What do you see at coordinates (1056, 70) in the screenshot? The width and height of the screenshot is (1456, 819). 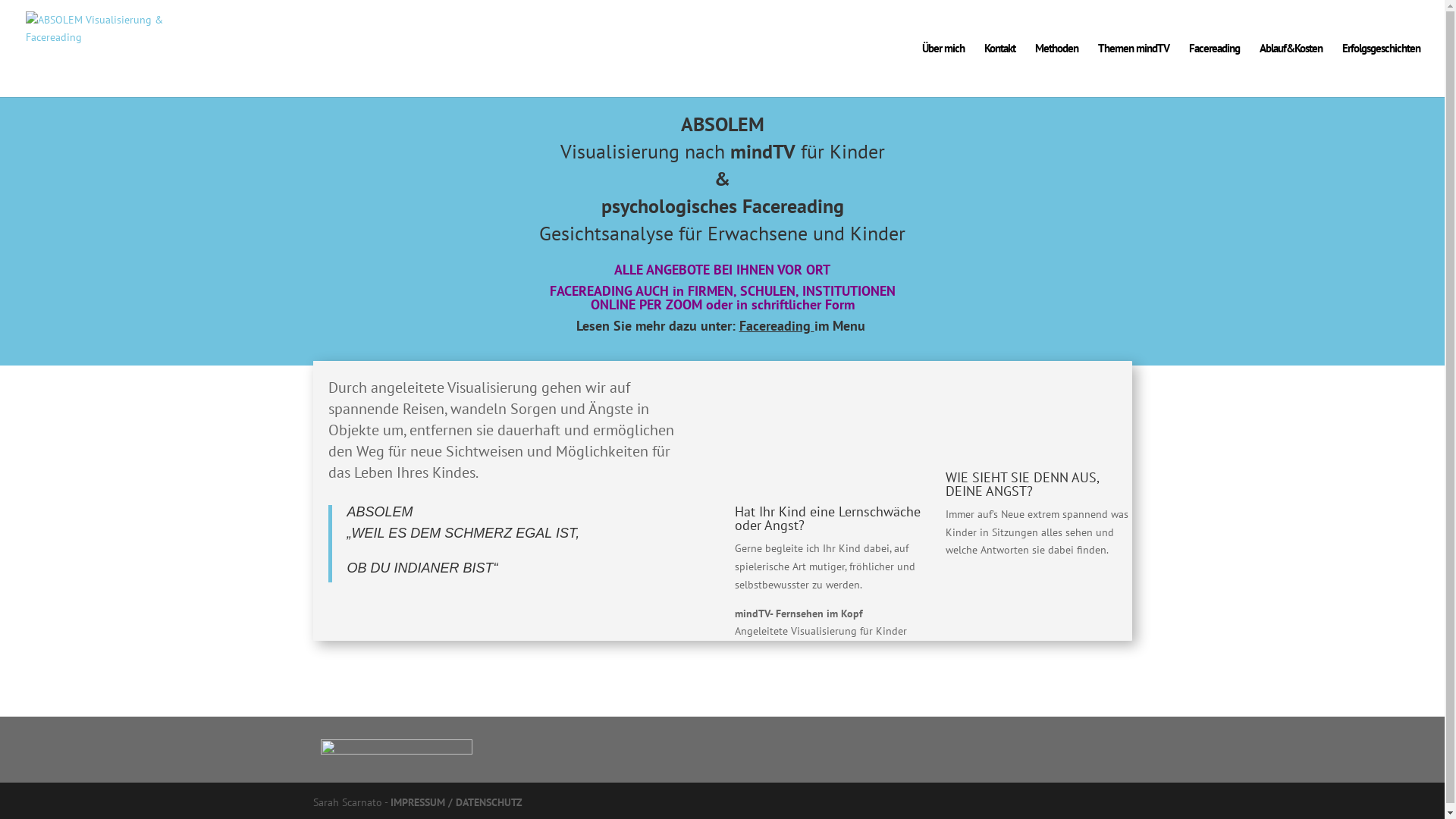 I see `'Methoden'` at bounding box center [1056, 70].